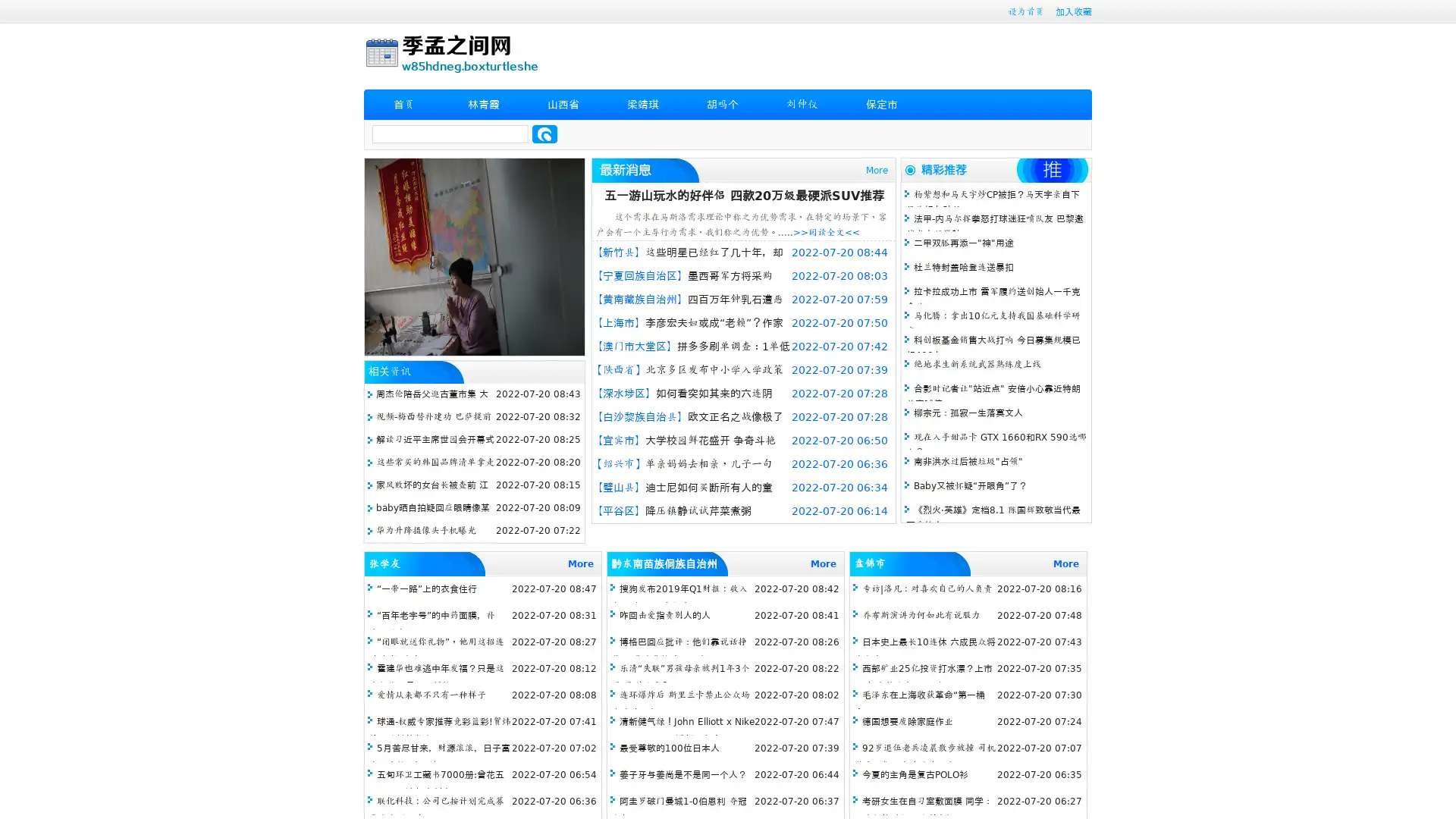 Image resolution: width=1456 pixels, height=819 pixels. What do you see at coordinates (544, 133) in the screenshot?
I see `Search` at bounding box center [544, 133].